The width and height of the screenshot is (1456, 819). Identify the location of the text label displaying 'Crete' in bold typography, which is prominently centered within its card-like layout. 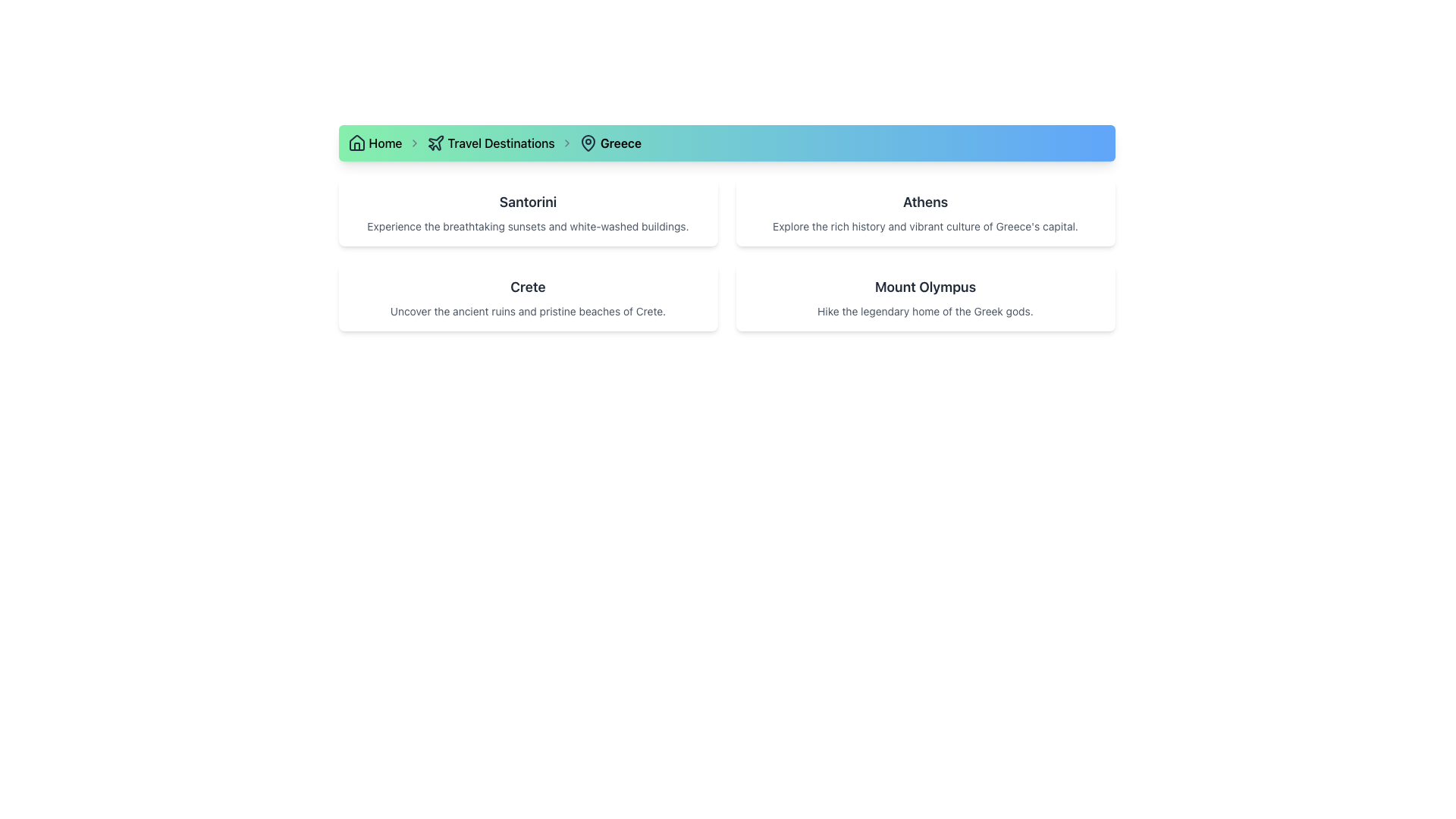
(528, 287).